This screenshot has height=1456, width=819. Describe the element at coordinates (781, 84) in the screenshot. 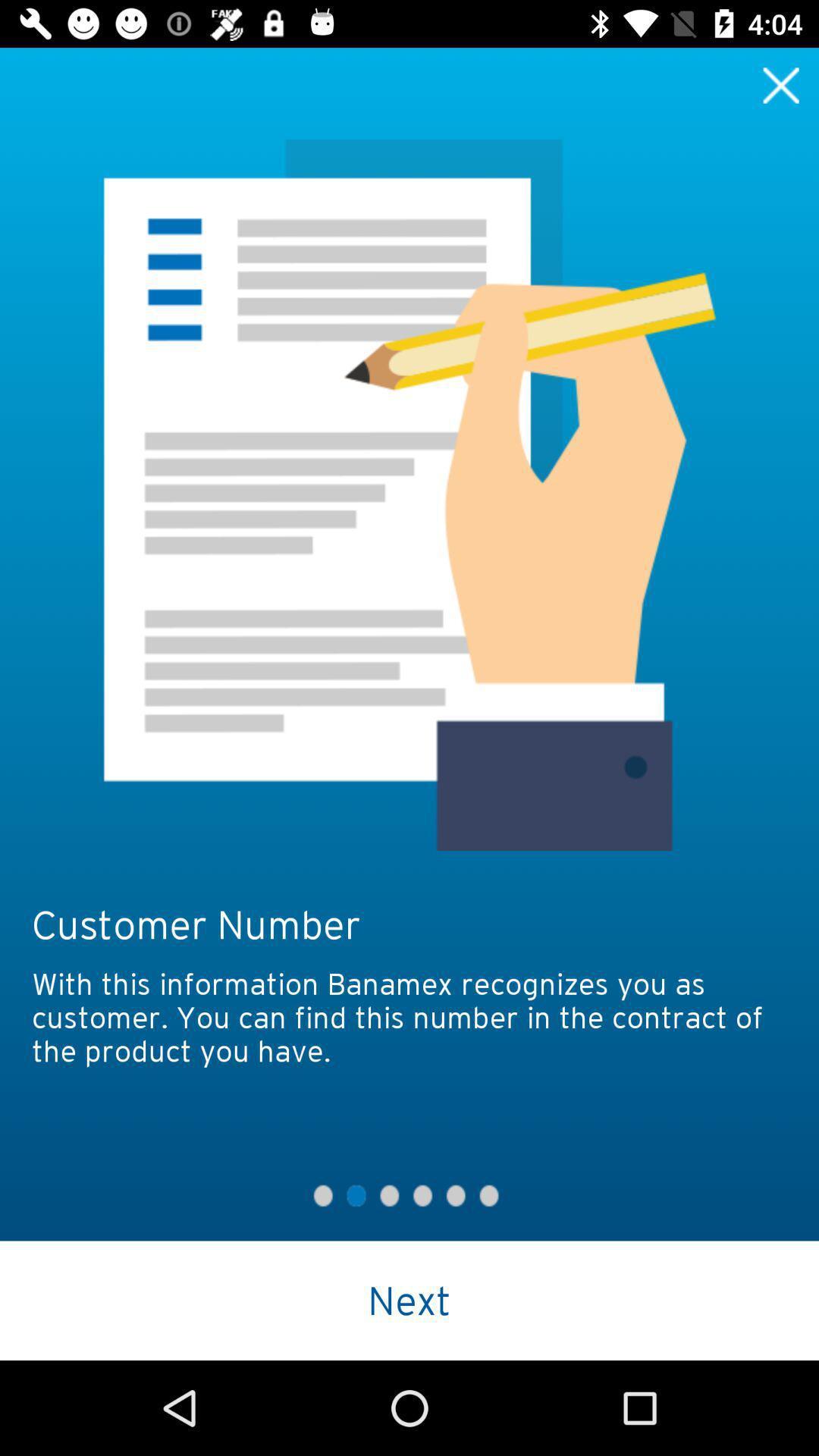

I see `the close icon` at that location.